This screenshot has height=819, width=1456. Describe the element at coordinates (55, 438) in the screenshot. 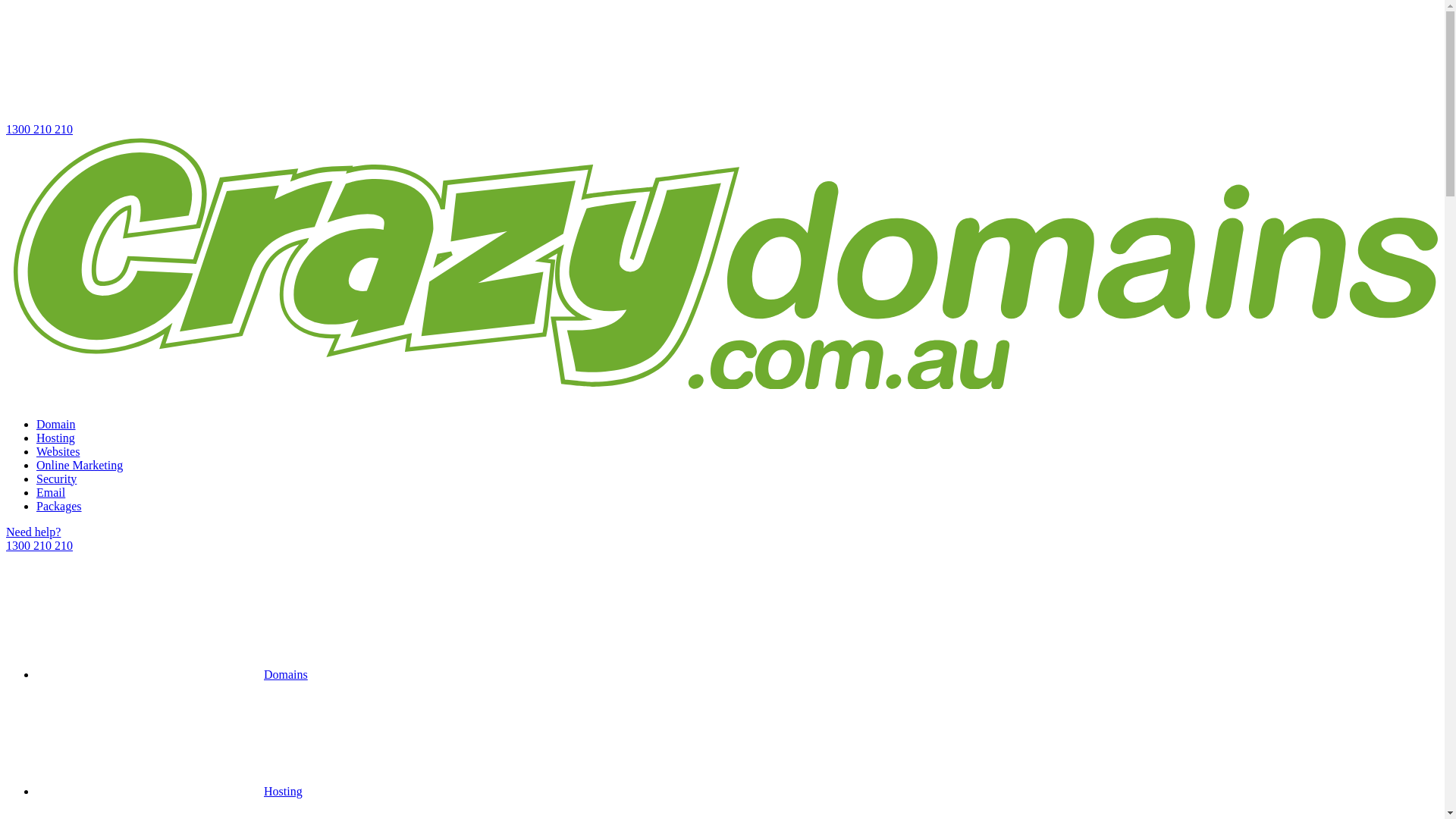

I see `'Hosting'` at that location.